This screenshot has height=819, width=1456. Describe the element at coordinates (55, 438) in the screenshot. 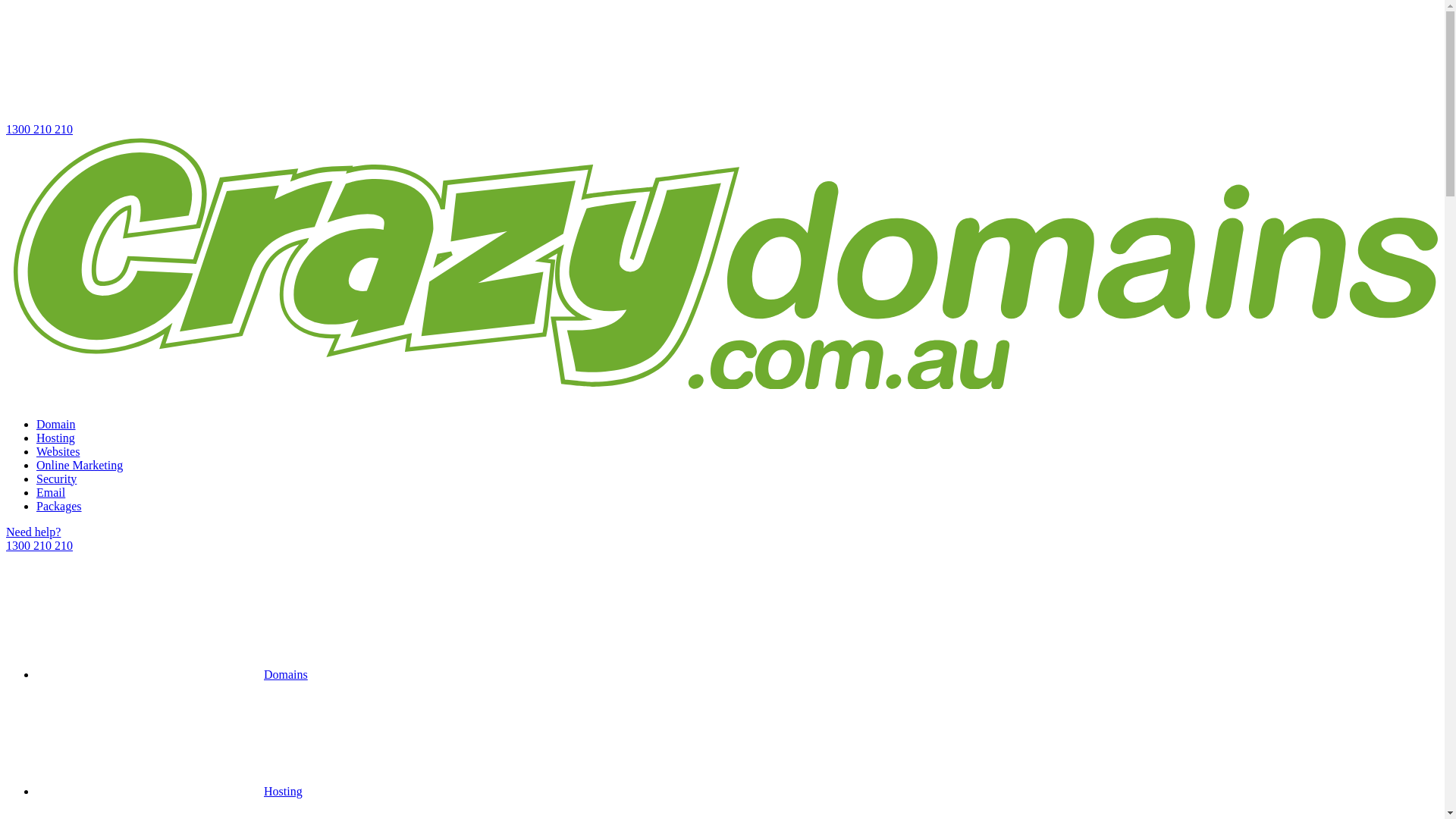

I see `'Hosting'` at that location.